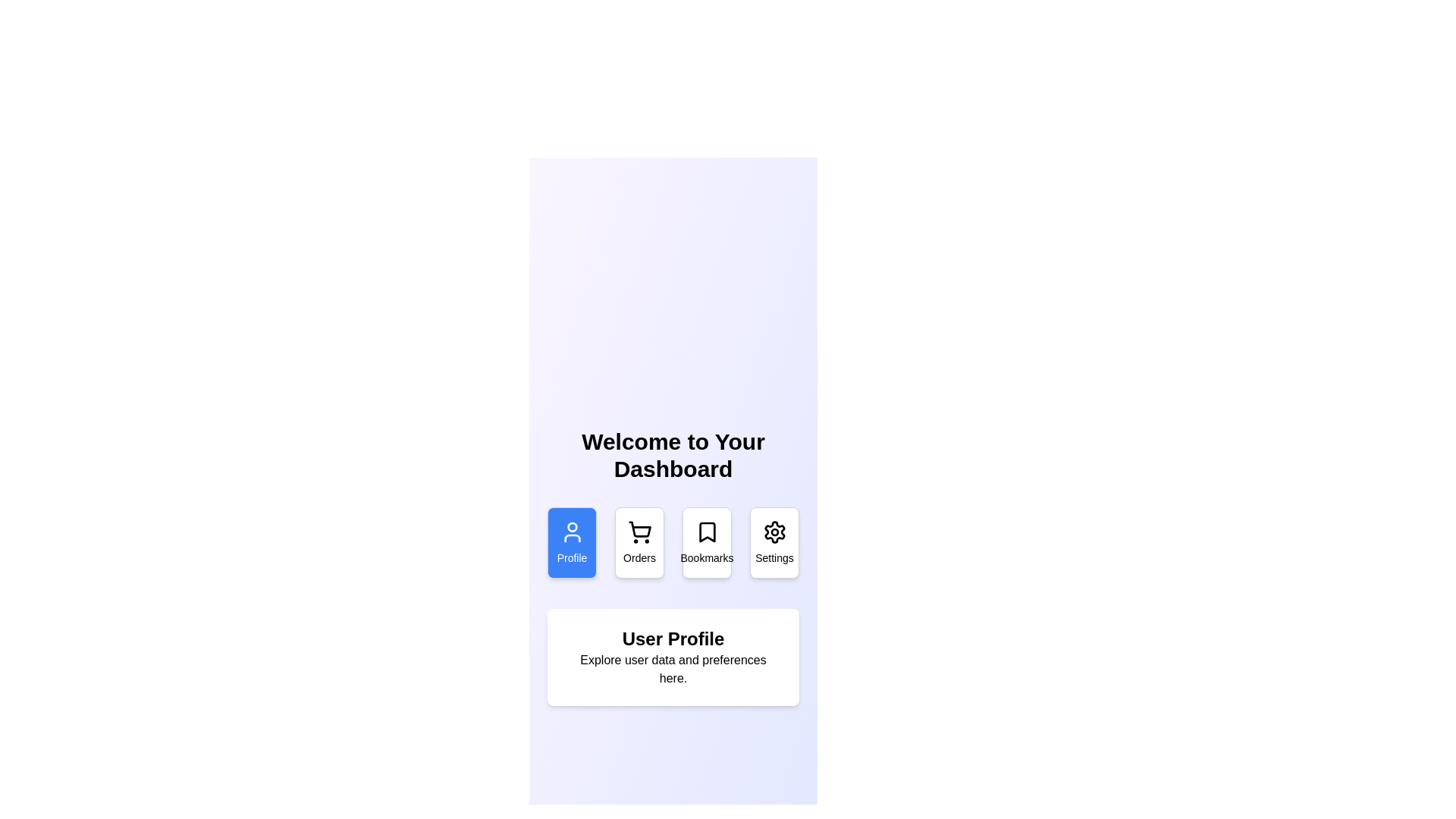 The height and width of the screenshot is (819, 1456). I want to click on the circular decorative element located at the upper side of the user profile icon within the 'Profile' button in the dashboard interface, so click(571, 526).